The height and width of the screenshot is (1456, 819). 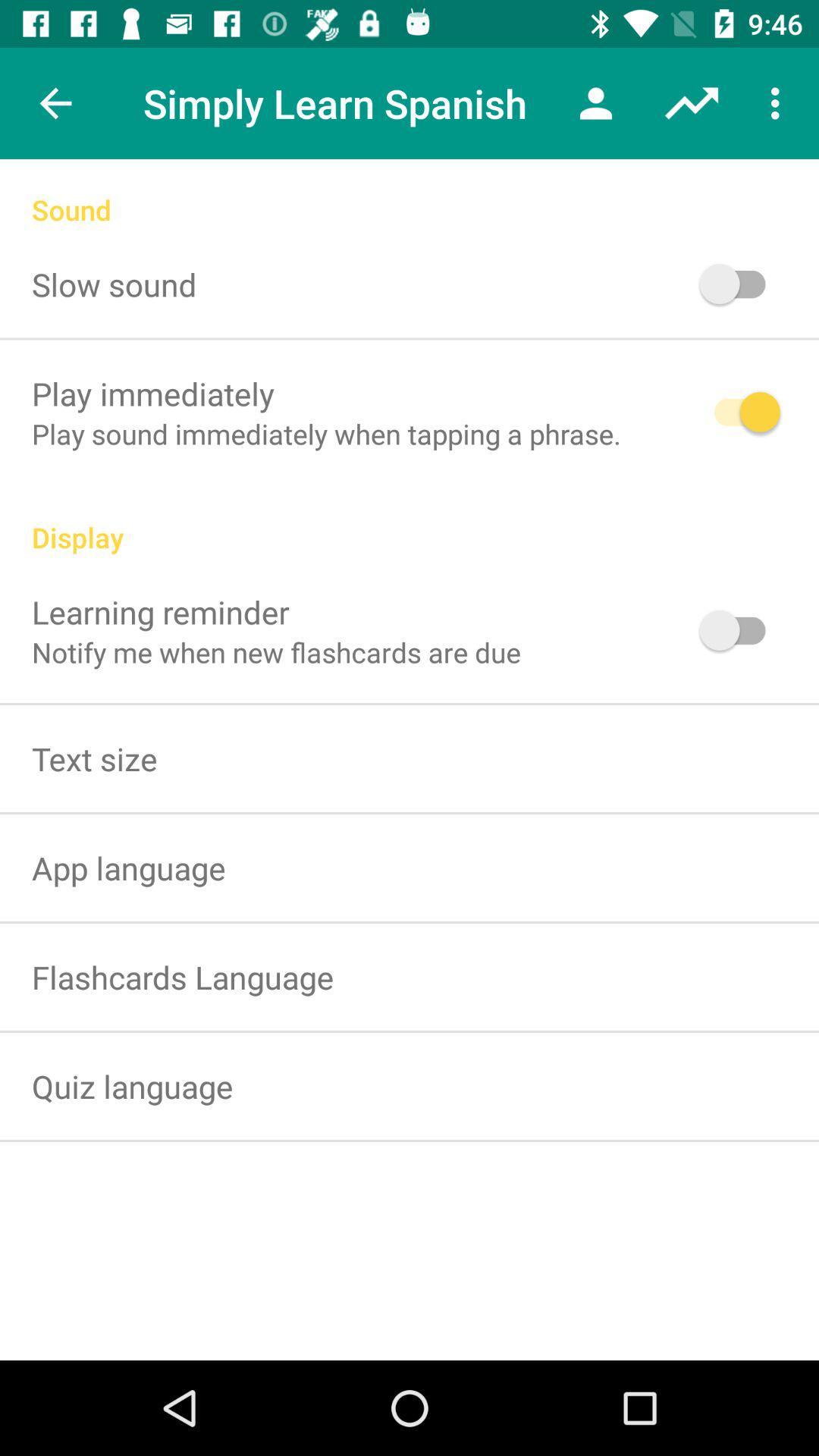 What do you see at coordinates (55, 102) in the screenshot?
I see `item to the left of the simply learn spanish` at bounding box center [55, 102].